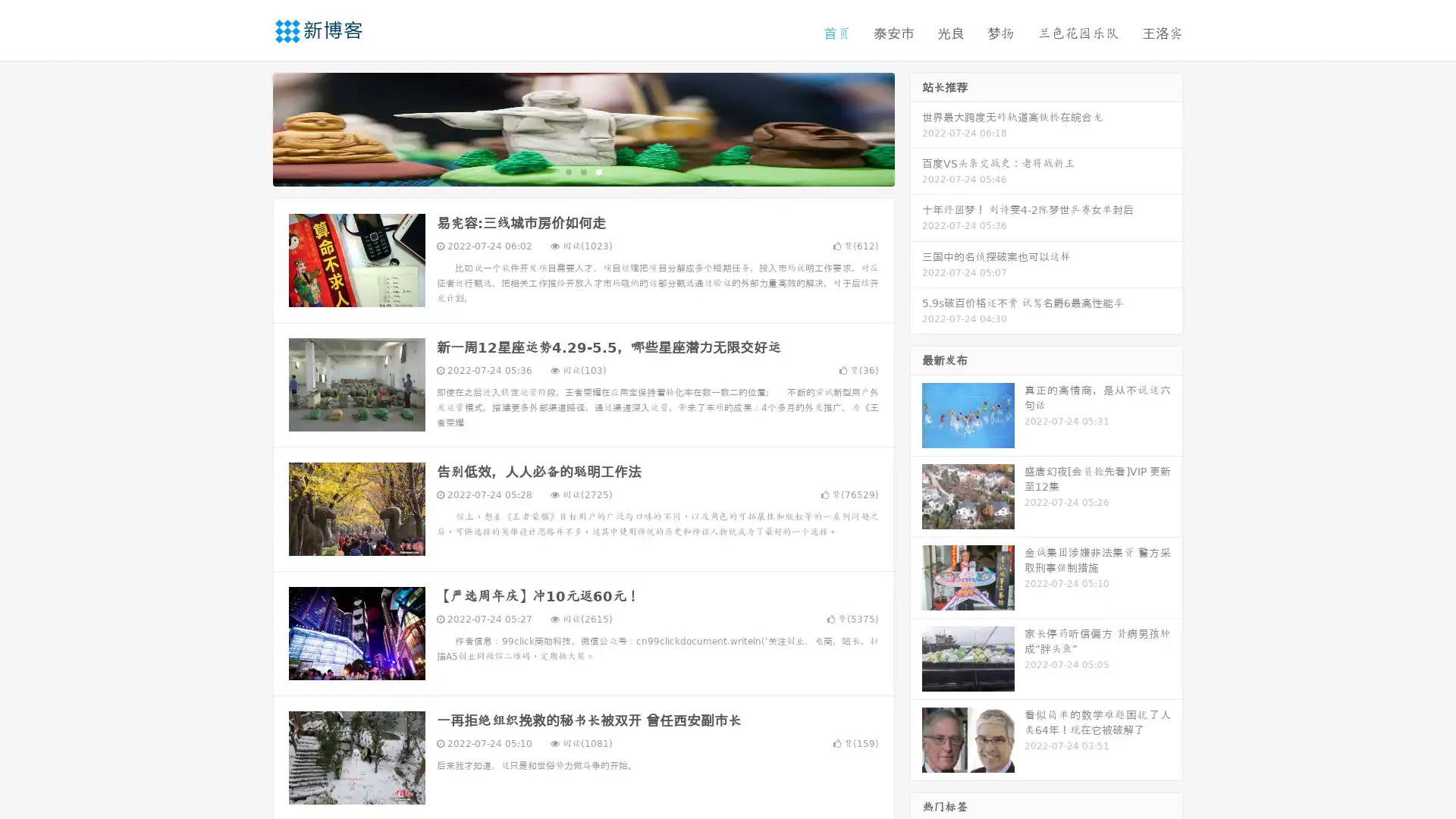 The width and height of the screenshot is (1456, 819). What do you see at coordinates (598, 171) in the screenshot?
I see `Go to slide 3` at bounding box center [598, 171].